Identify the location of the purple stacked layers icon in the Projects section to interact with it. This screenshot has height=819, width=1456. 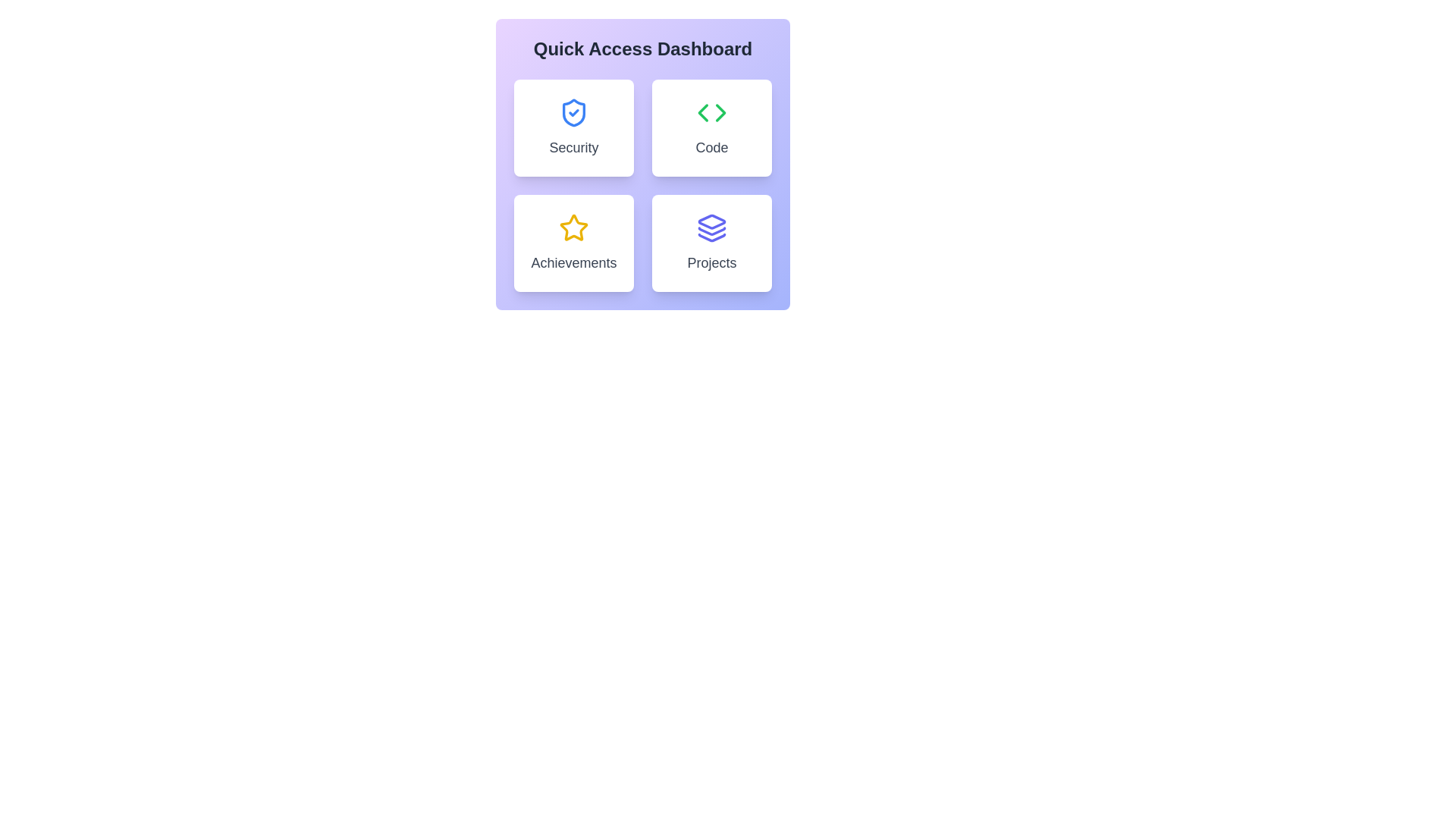
(711, 227).